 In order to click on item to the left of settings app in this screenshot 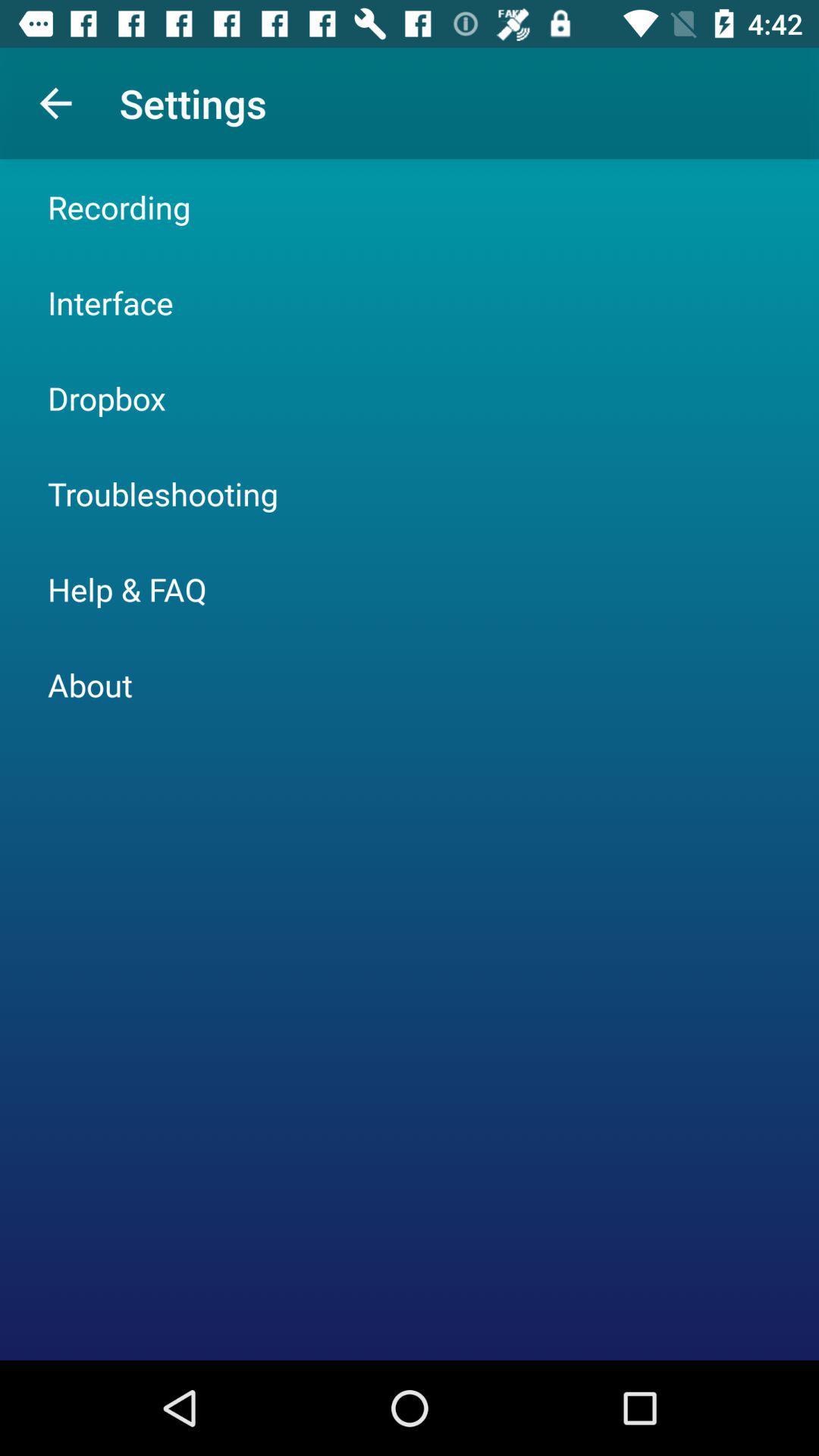, I will do `click(55, 102)`.